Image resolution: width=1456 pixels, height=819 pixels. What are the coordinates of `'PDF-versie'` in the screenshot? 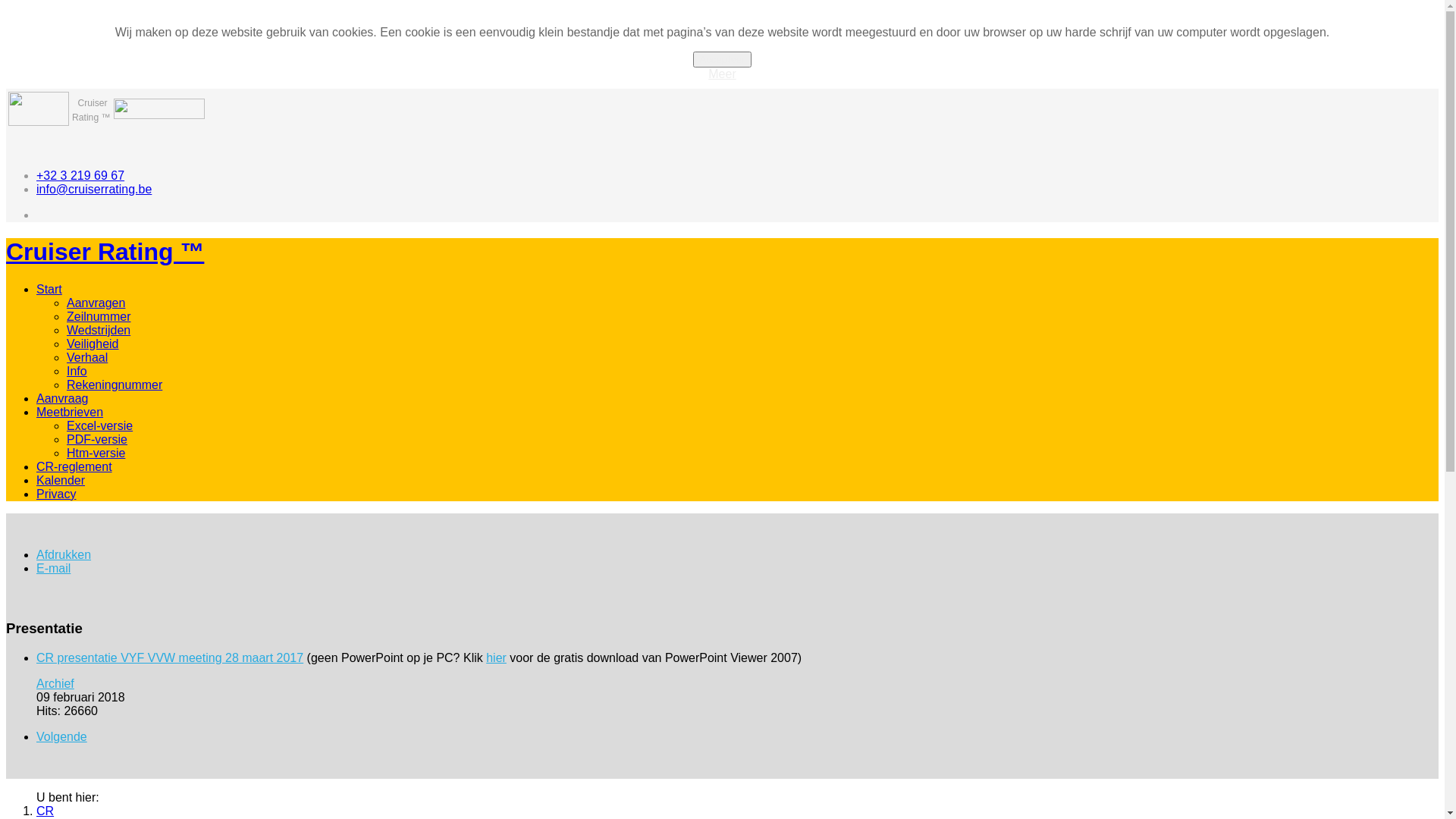 It's located at (96, 439).